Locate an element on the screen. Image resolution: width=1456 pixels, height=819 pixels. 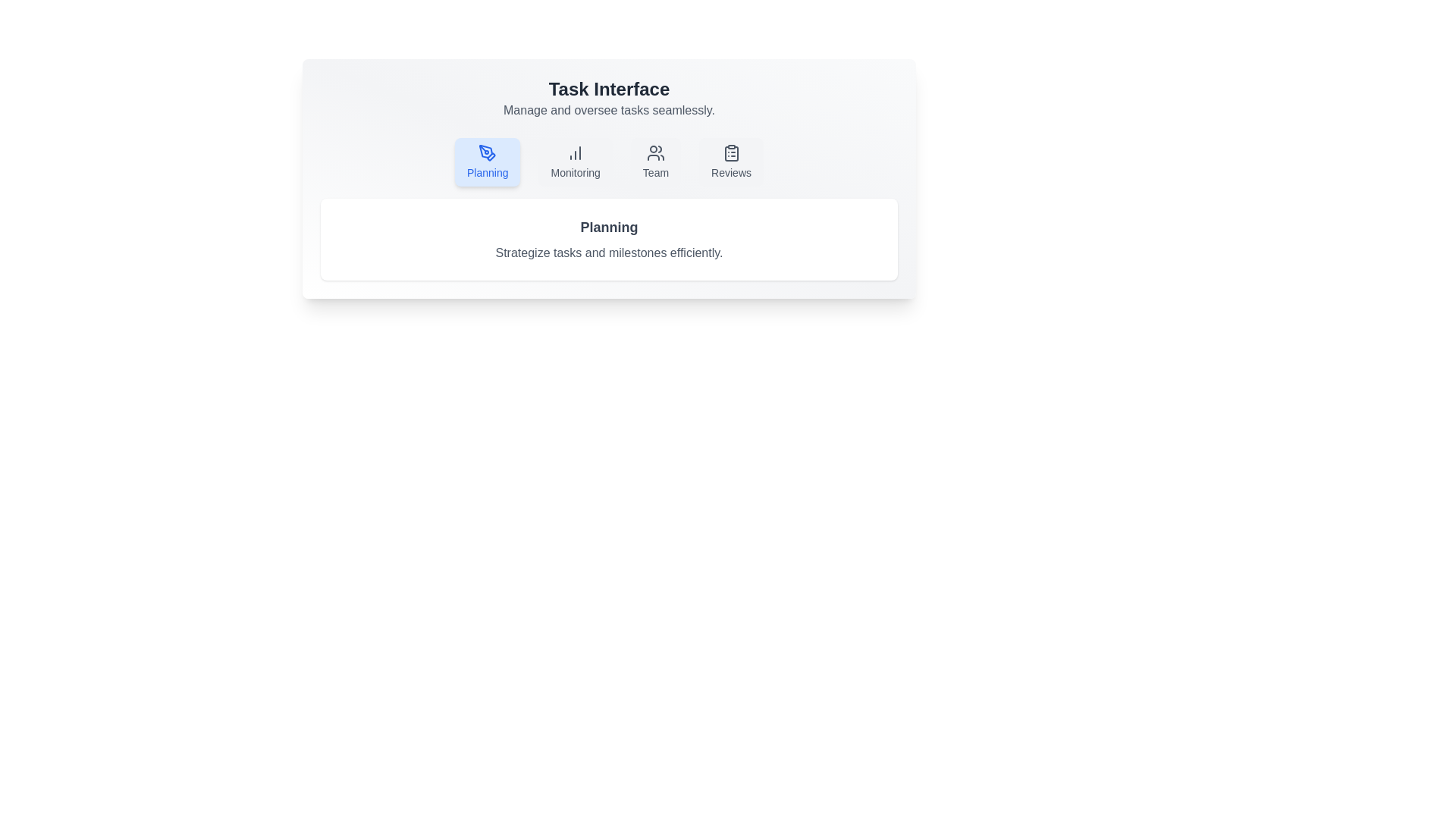
the tab labeled Team to see the UI feedback is located at coordinates (655, 162).